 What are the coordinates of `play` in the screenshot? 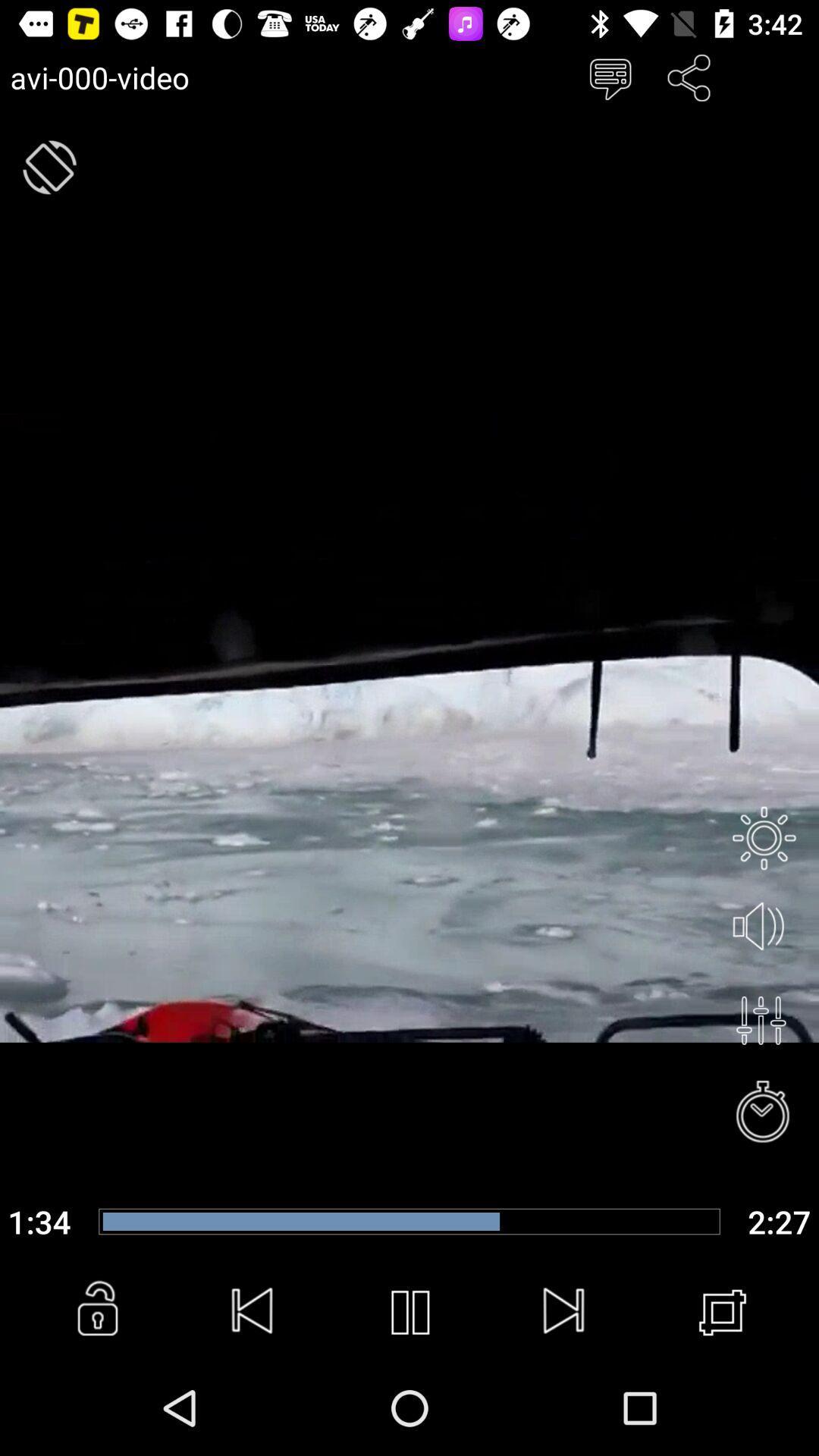 It's located at (409, 1312).